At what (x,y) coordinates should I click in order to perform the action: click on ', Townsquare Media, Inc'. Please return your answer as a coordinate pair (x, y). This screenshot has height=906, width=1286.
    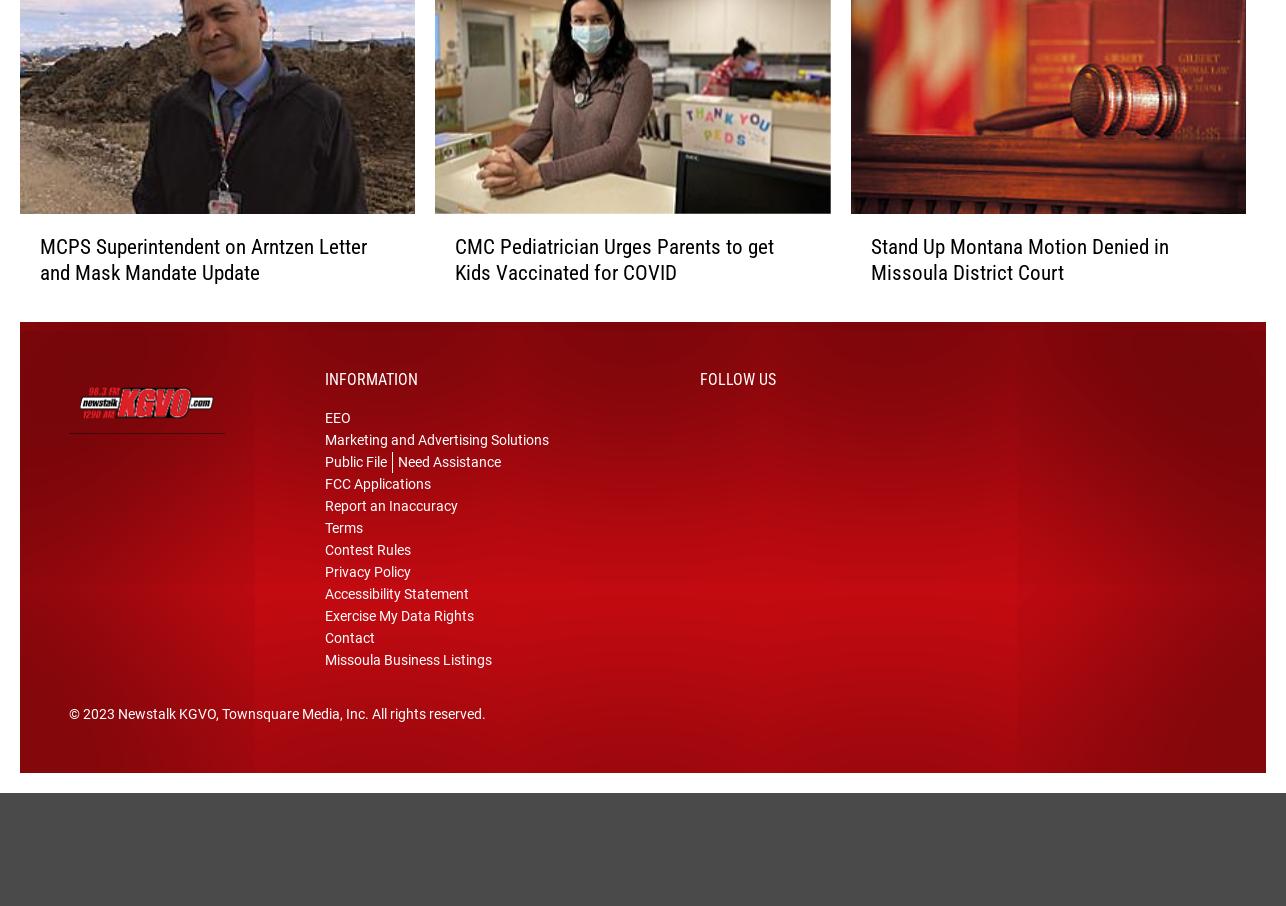
    Looking at the image, I should click on (290, 739).